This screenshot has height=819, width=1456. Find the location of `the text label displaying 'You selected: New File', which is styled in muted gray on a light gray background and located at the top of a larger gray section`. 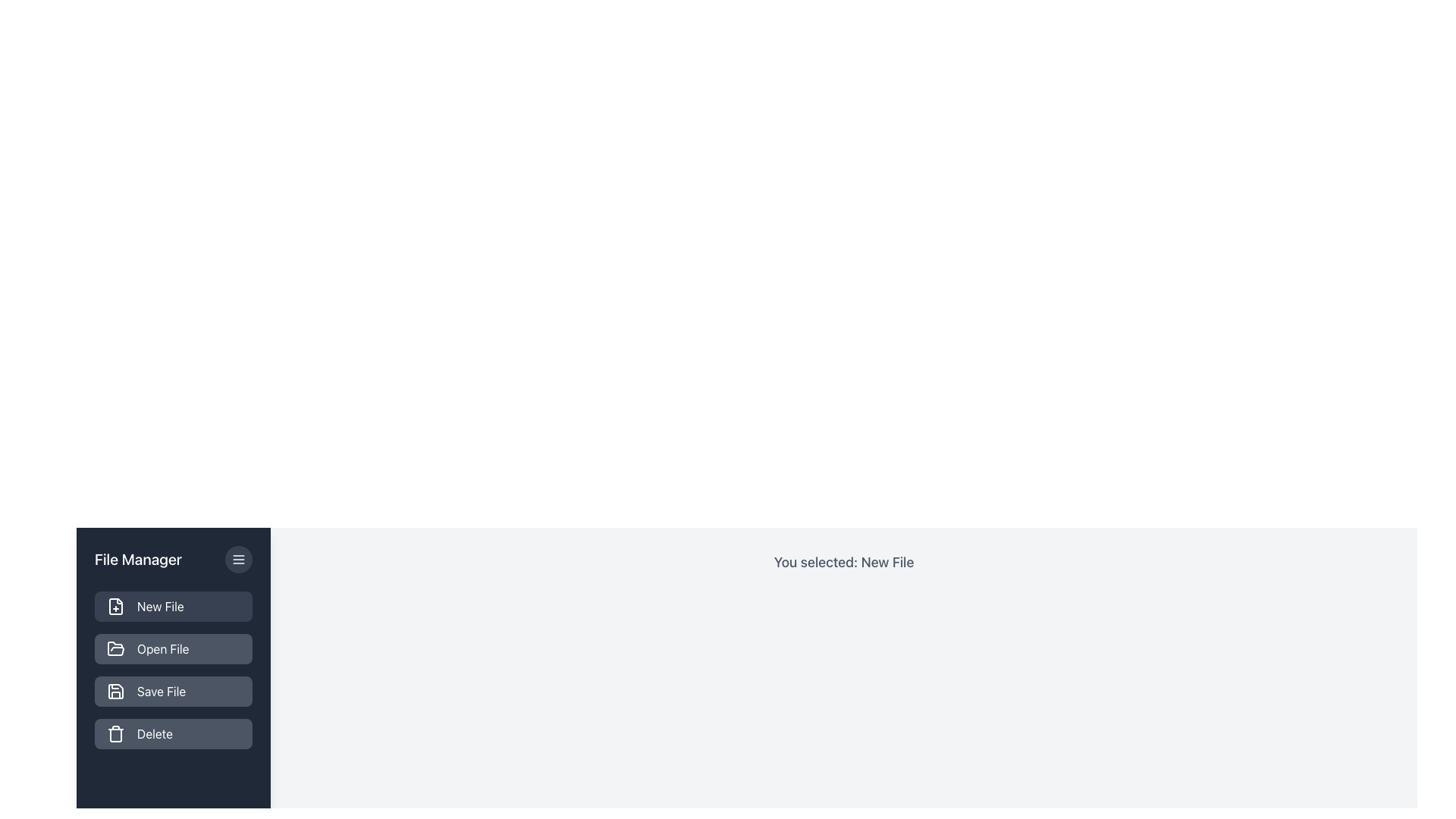

the text label displaying 'You selected: New File', which is styled in muted gray on a light gray background and located at the top of a larger gray section is located at coordinates (843, 562).